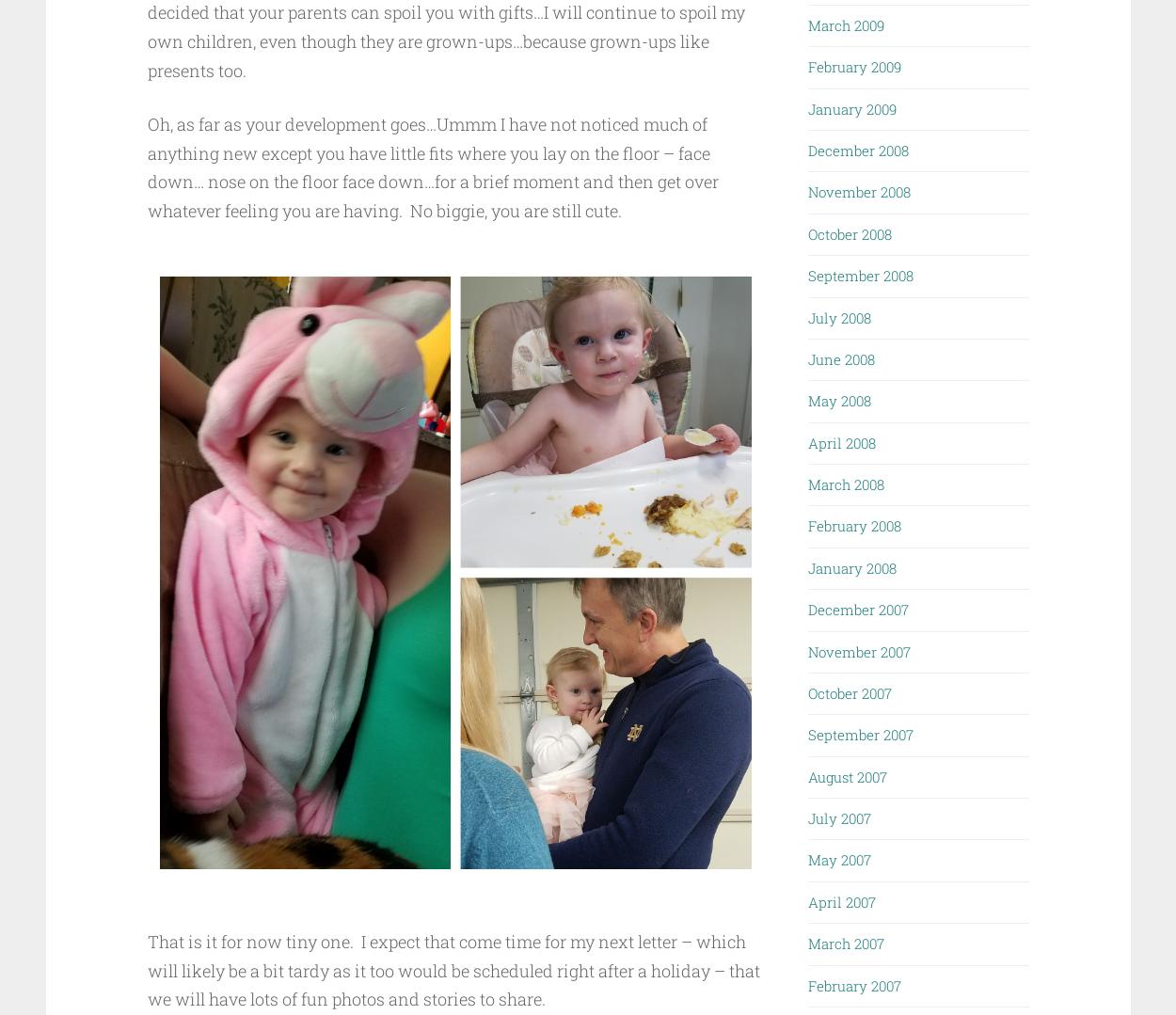  Describe the element at coordinates (848, 775) in the screenshot. I see `'August 2007'` at that location.